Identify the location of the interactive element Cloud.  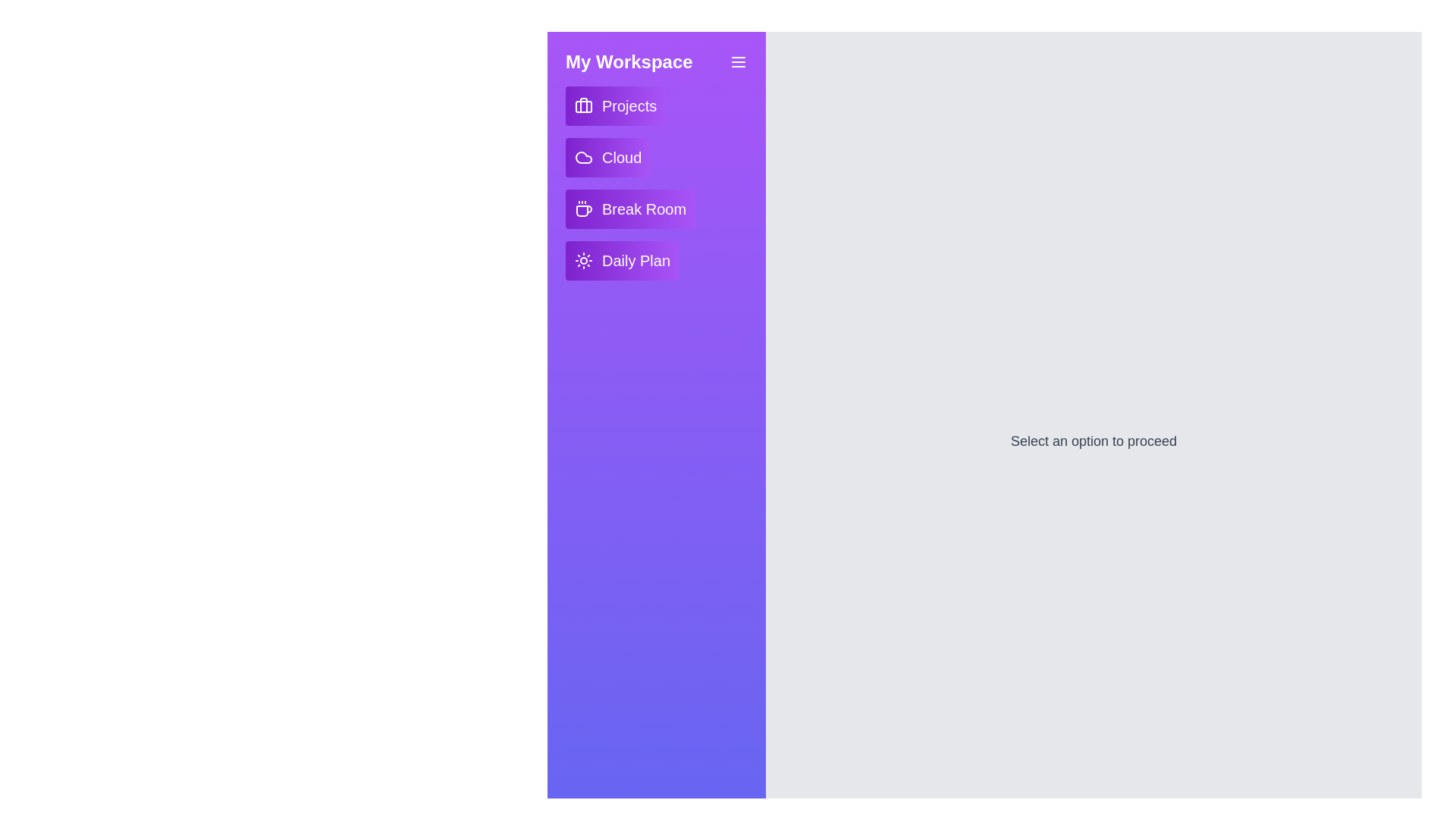
(608, 158).